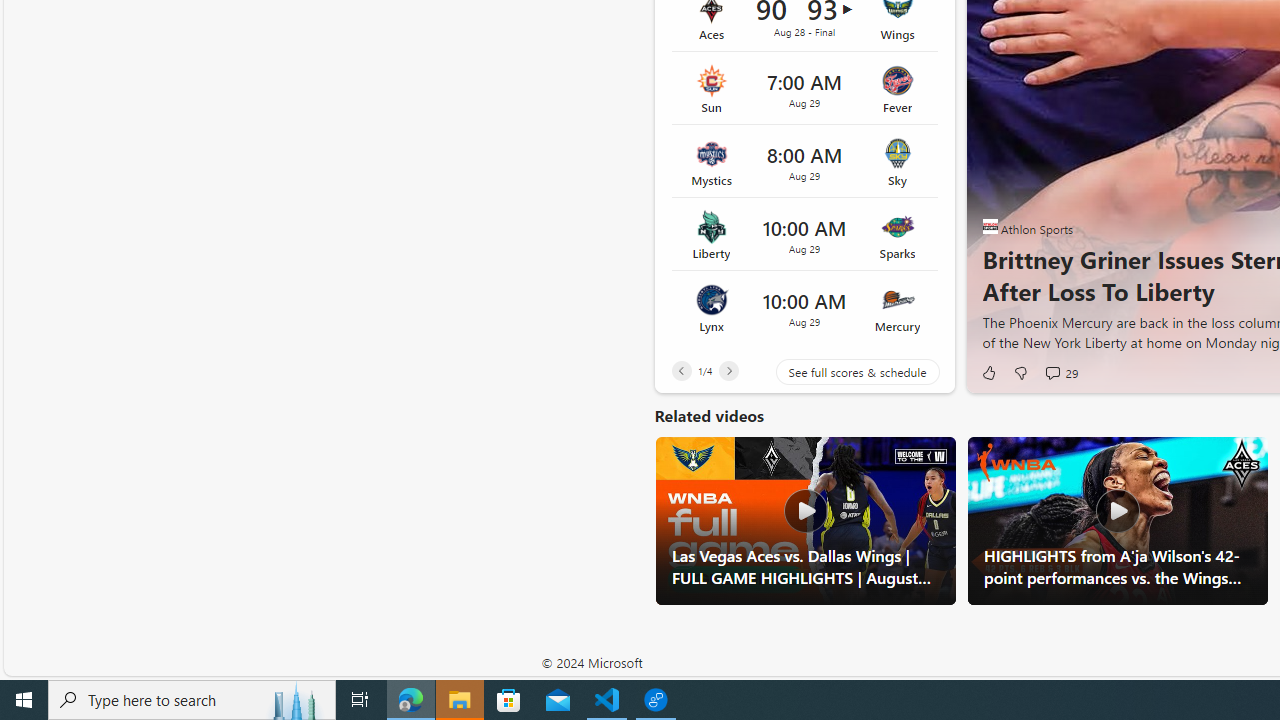 The height and width of the screenshot is (720, 1280). I want to click on 'Sun vs Fever Time 7:00 AM Date Aug 29', so click(804, 87).